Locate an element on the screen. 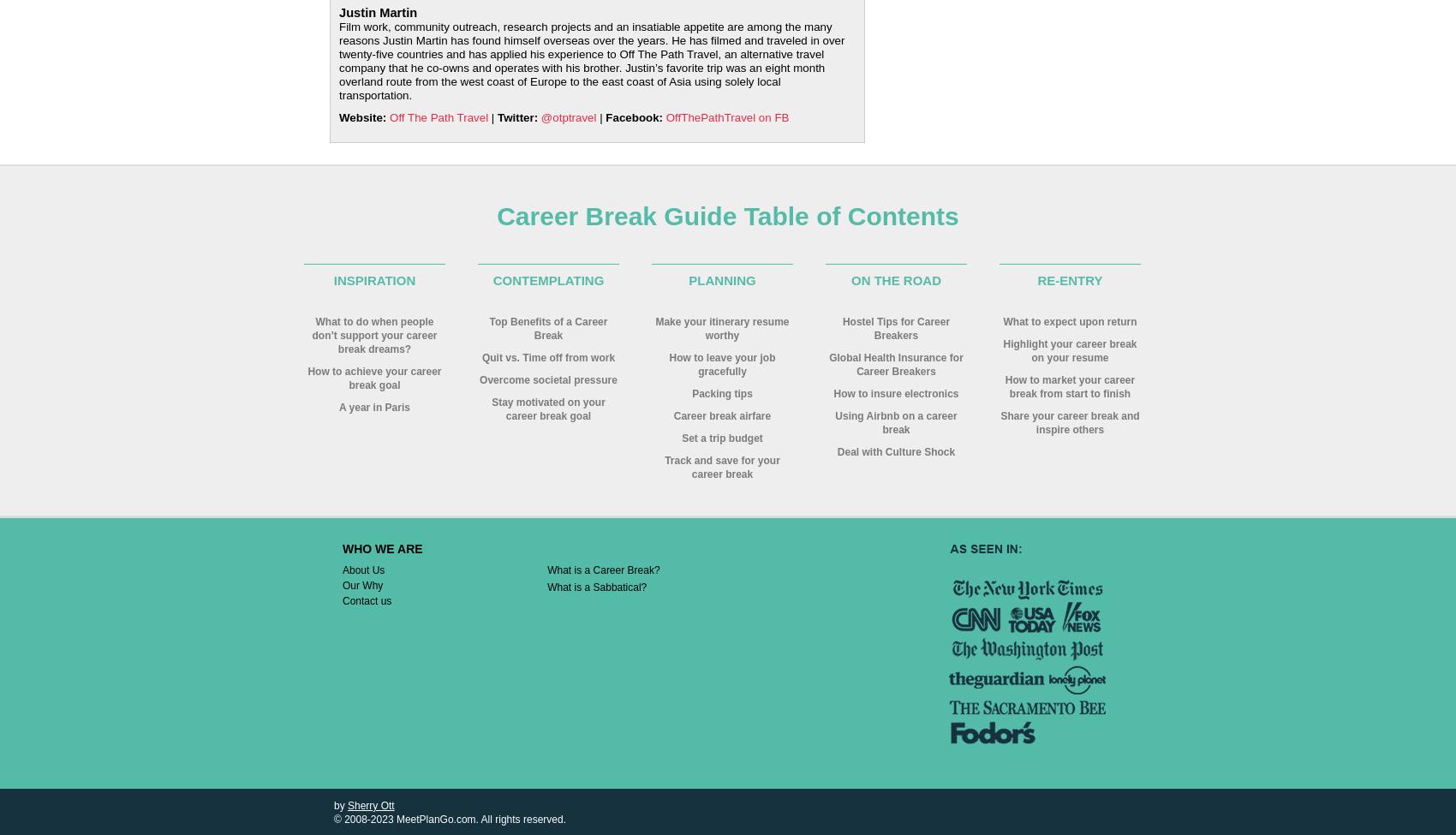 The width and height of the screenshot is (1456, 835). 'Website:' is located at coordinates (337, 116).